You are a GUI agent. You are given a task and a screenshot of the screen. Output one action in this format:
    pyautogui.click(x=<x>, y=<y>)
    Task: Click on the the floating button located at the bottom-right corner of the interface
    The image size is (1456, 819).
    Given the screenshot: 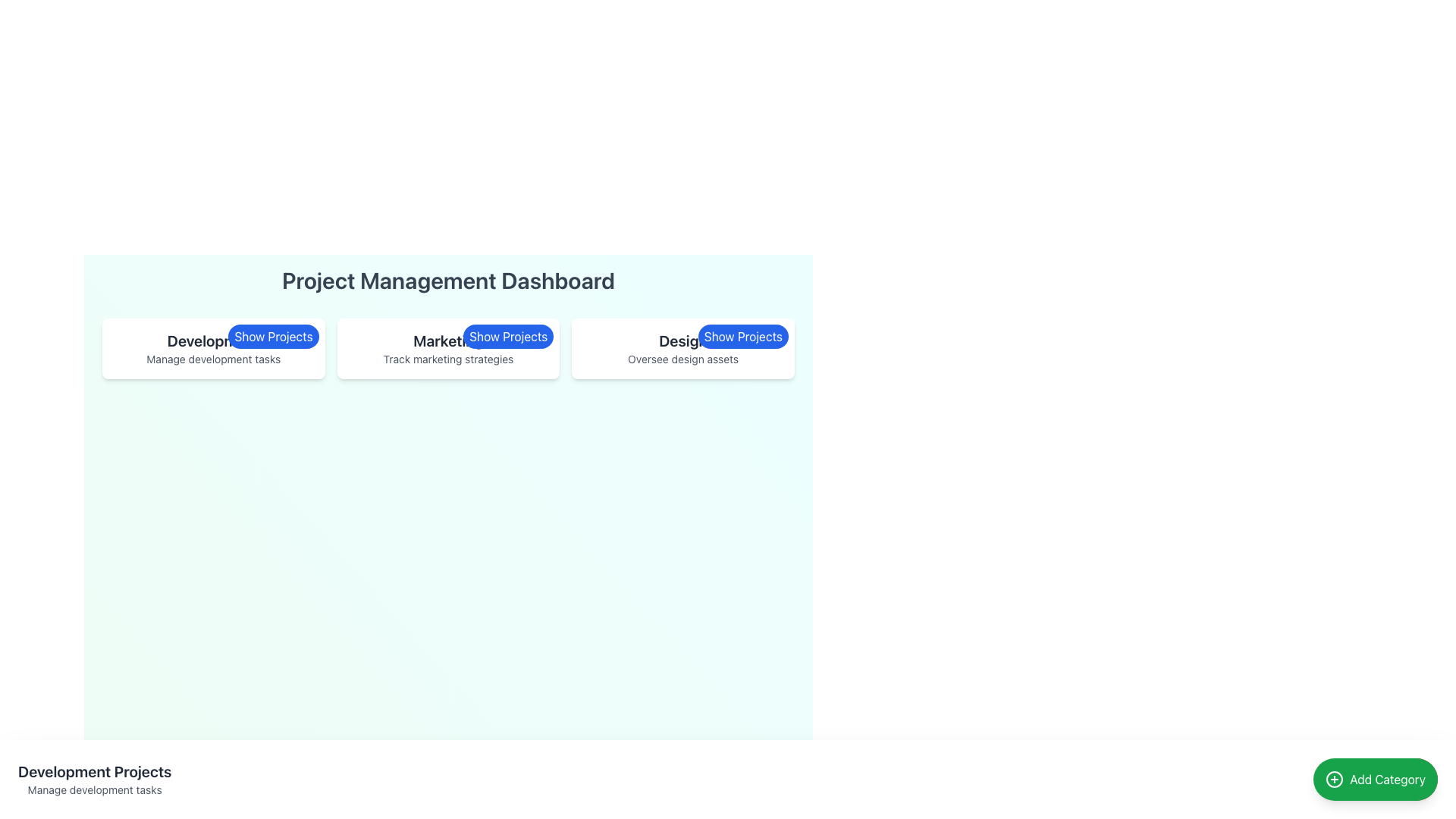 What is the action you would take?
    pyautogui.click(x=1376, y=780)
    